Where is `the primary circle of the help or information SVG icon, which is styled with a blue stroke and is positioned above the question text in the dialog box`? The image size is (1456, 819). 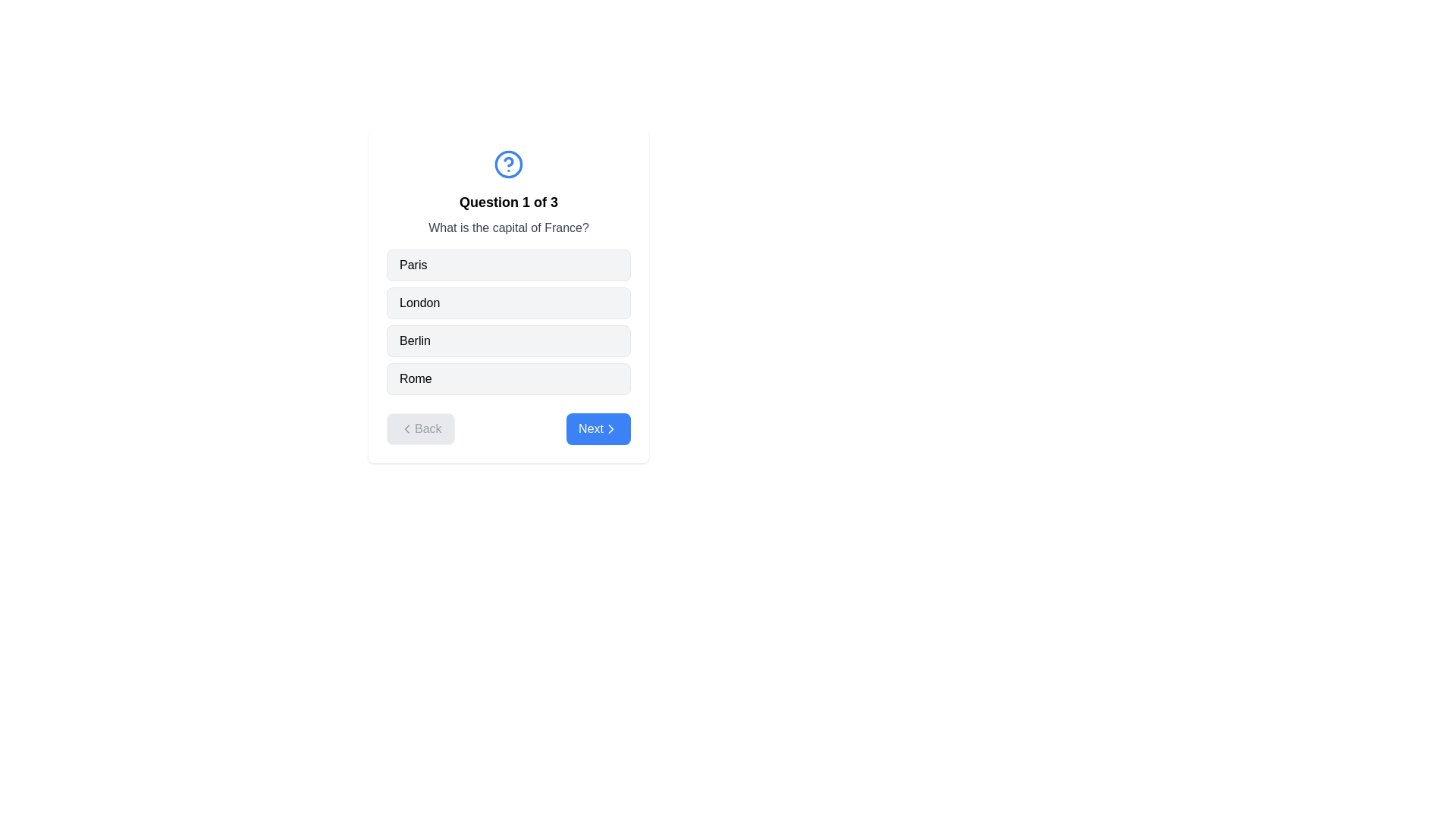
the primary circle of the help or information SVG icon, which is styled with a blue stroke and is positioned above the question text in the dialog box is located at coordinates (509, 164).